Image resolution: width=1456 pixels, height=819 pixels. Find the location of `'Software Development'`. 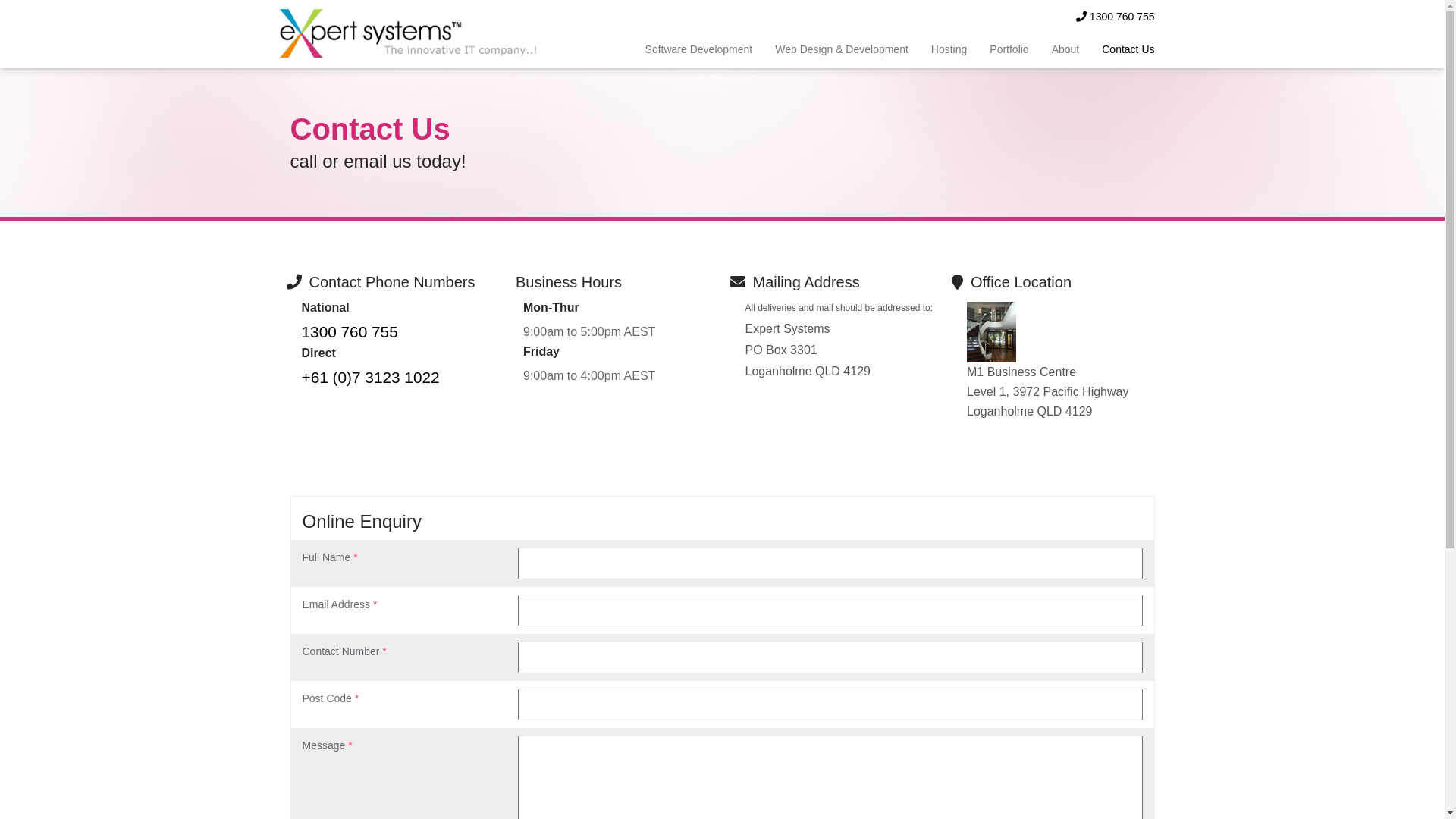

'Software Development' is located at coordinates (633, 49).